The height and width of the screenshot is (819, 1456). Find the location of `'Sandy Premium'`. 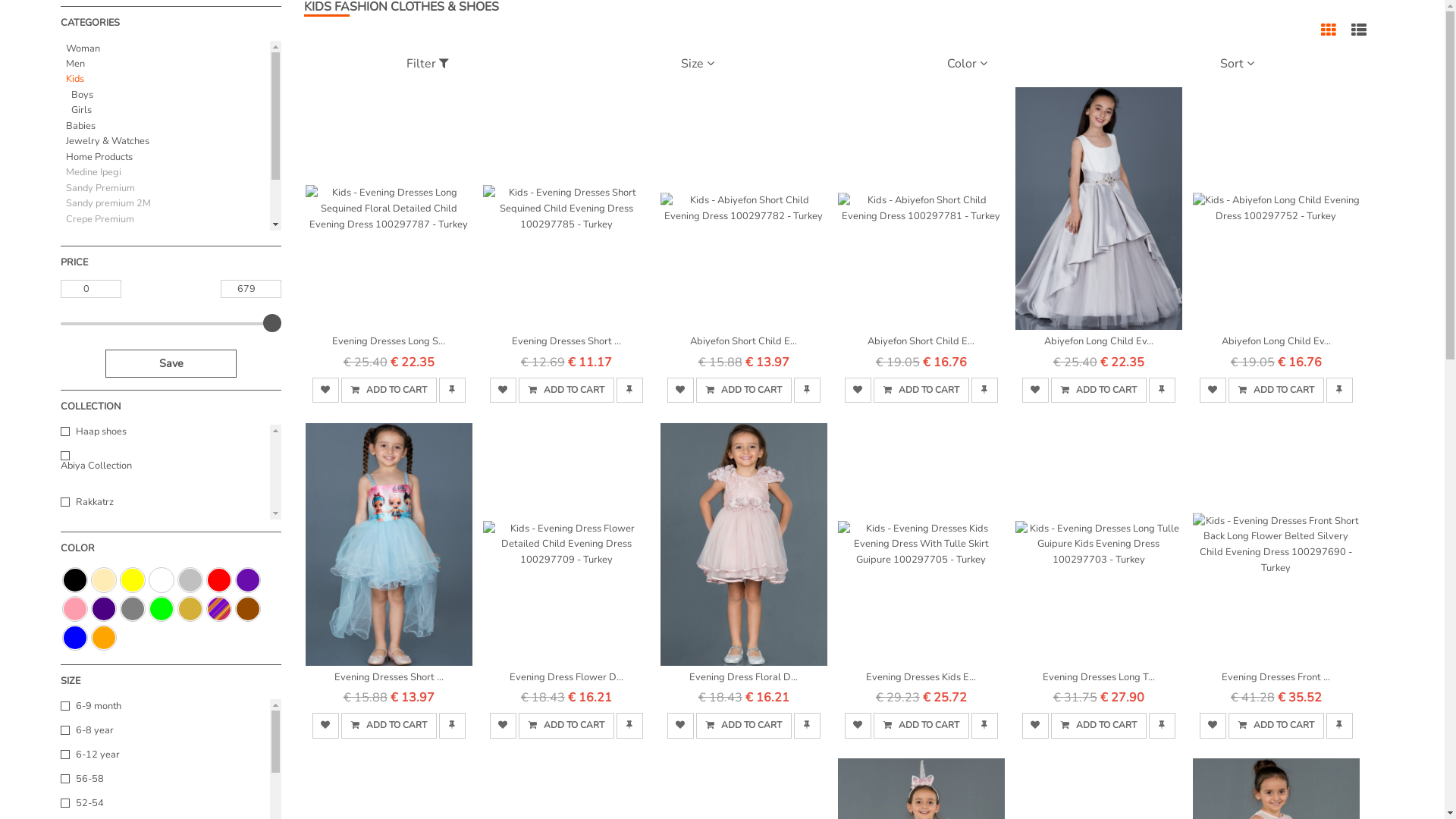

'Sandy Premium' is located at coordinates (99, 187).